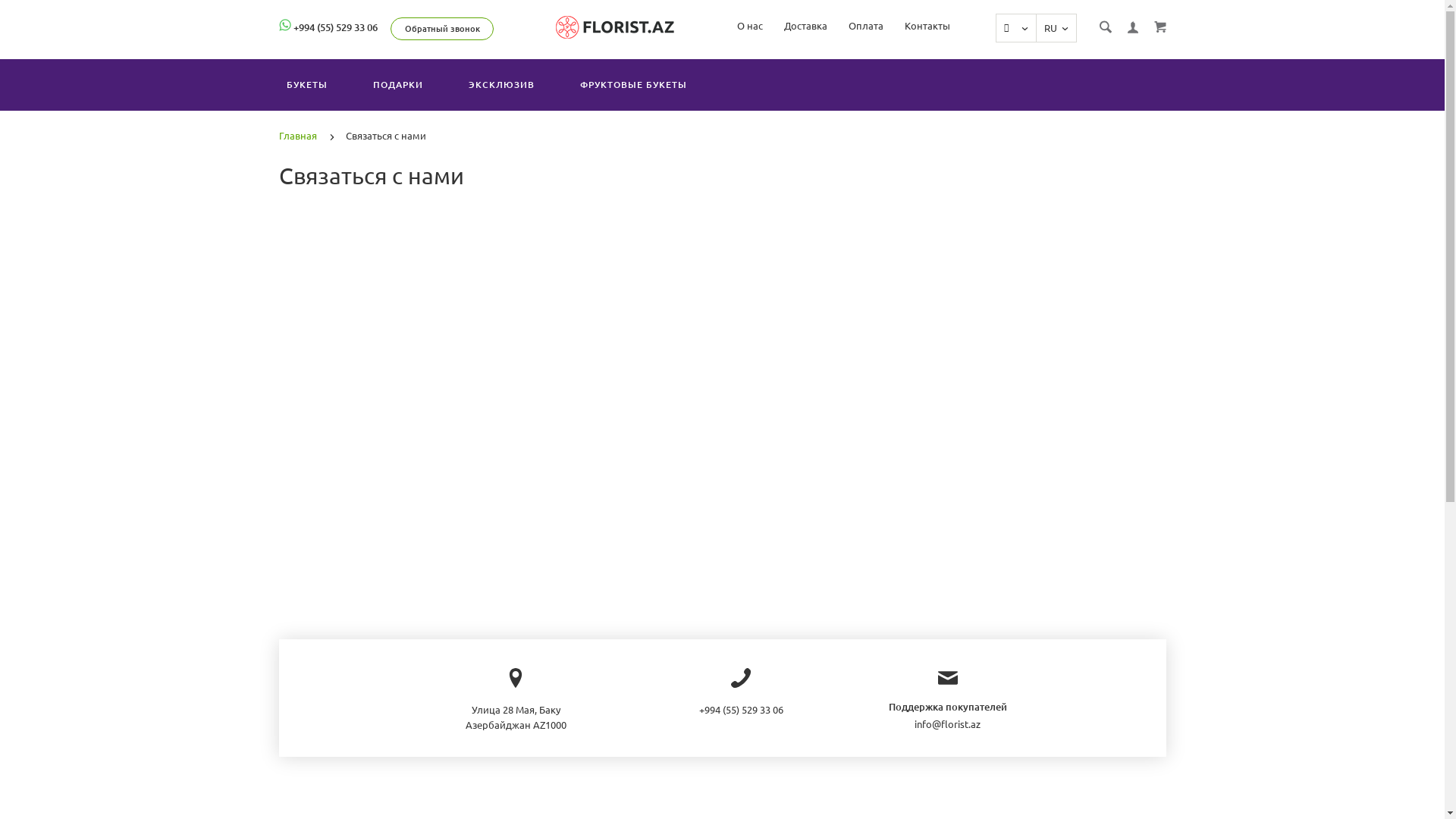 The width and height of the screenshot is (1456, 819). I want to click on '+994 (55) 529 33 06', so click(334, 27).